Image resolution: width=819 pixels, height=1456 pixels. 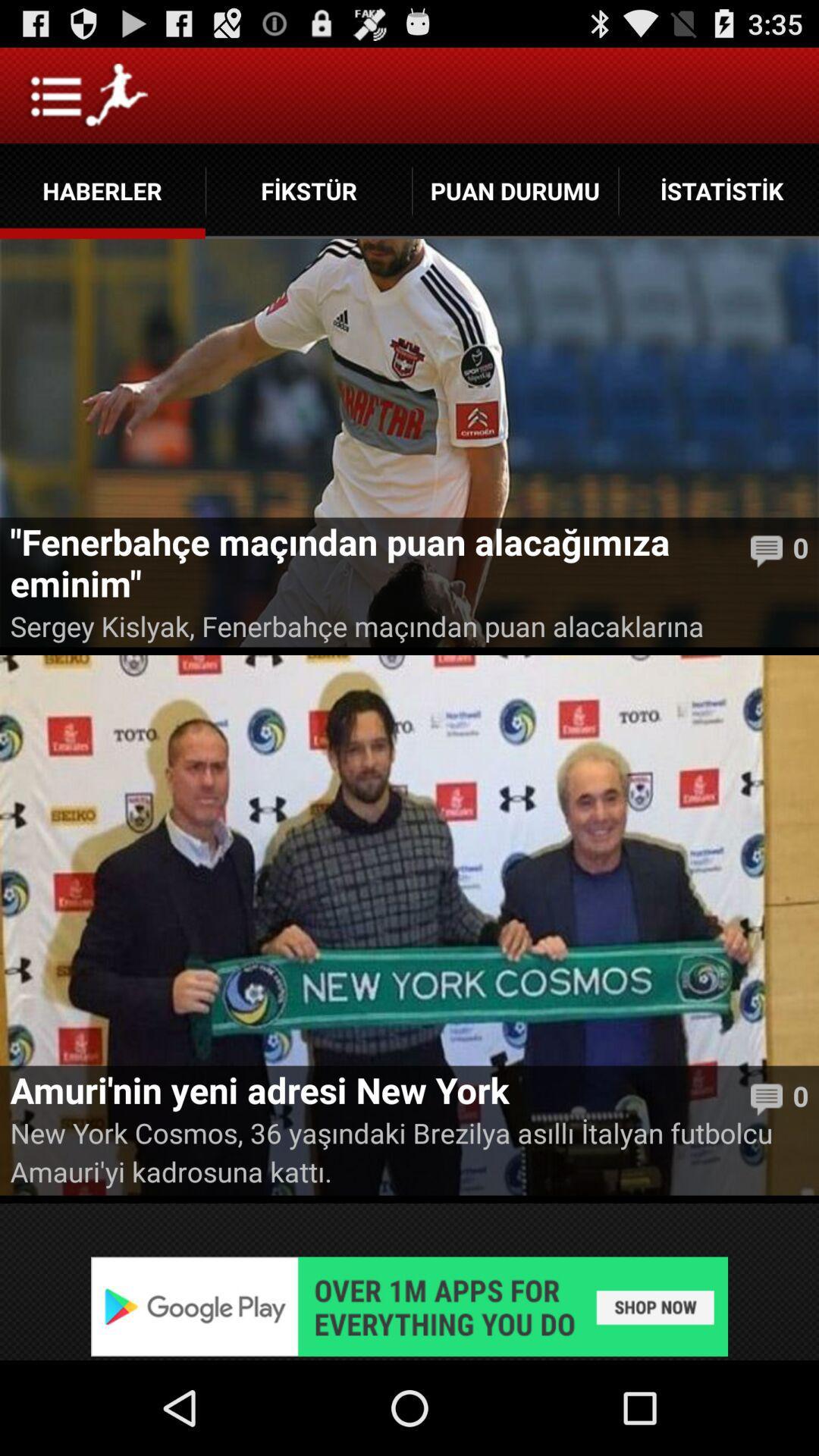 What do you see at coordinates (514, 190) in the screenshot?
I see `puan durumu icon` at bounding box center [514, 190].